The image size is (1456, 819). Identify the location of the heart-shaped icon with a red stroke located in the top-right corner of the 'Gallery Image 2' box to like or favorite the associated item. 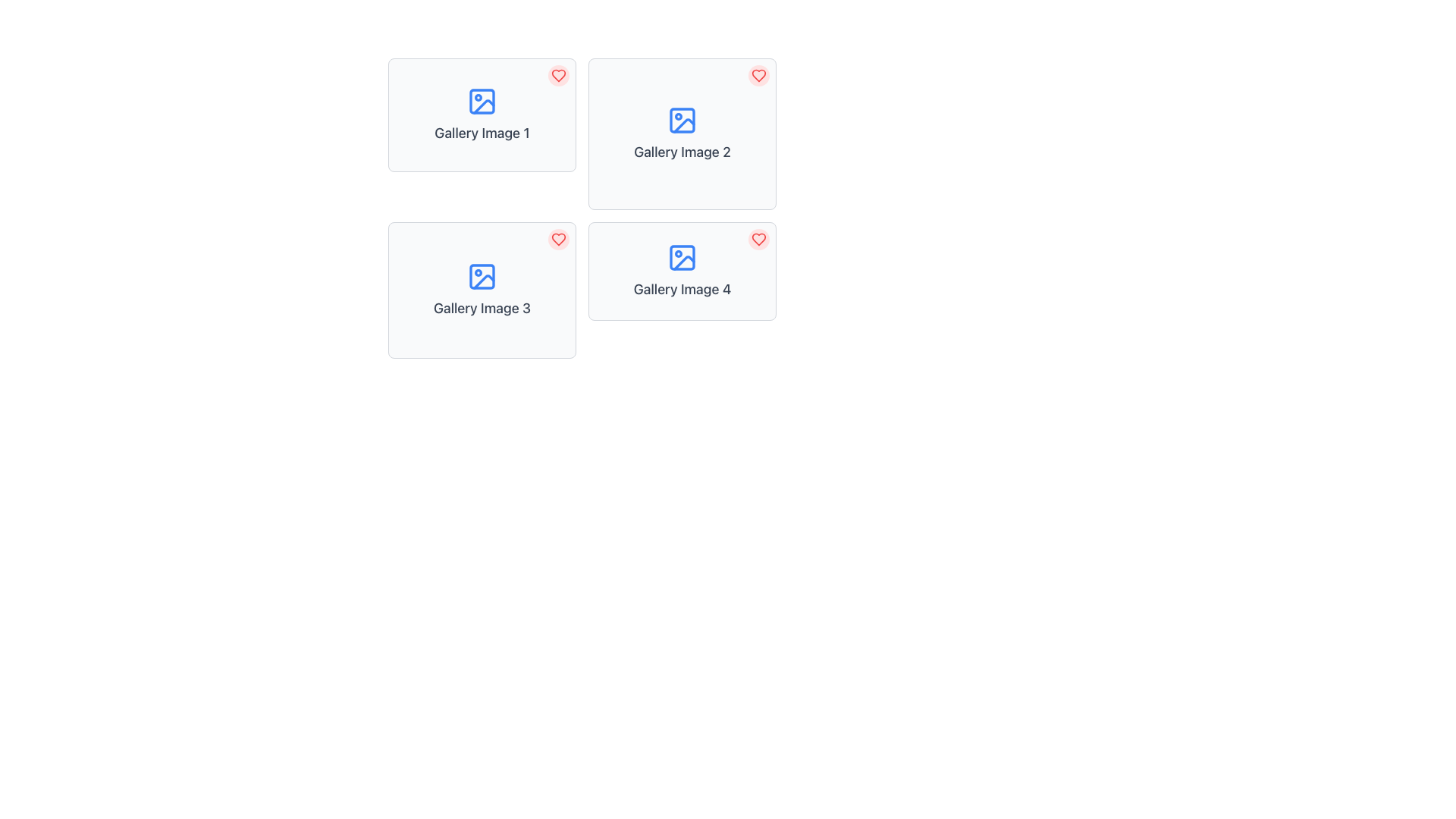
(759, 76).